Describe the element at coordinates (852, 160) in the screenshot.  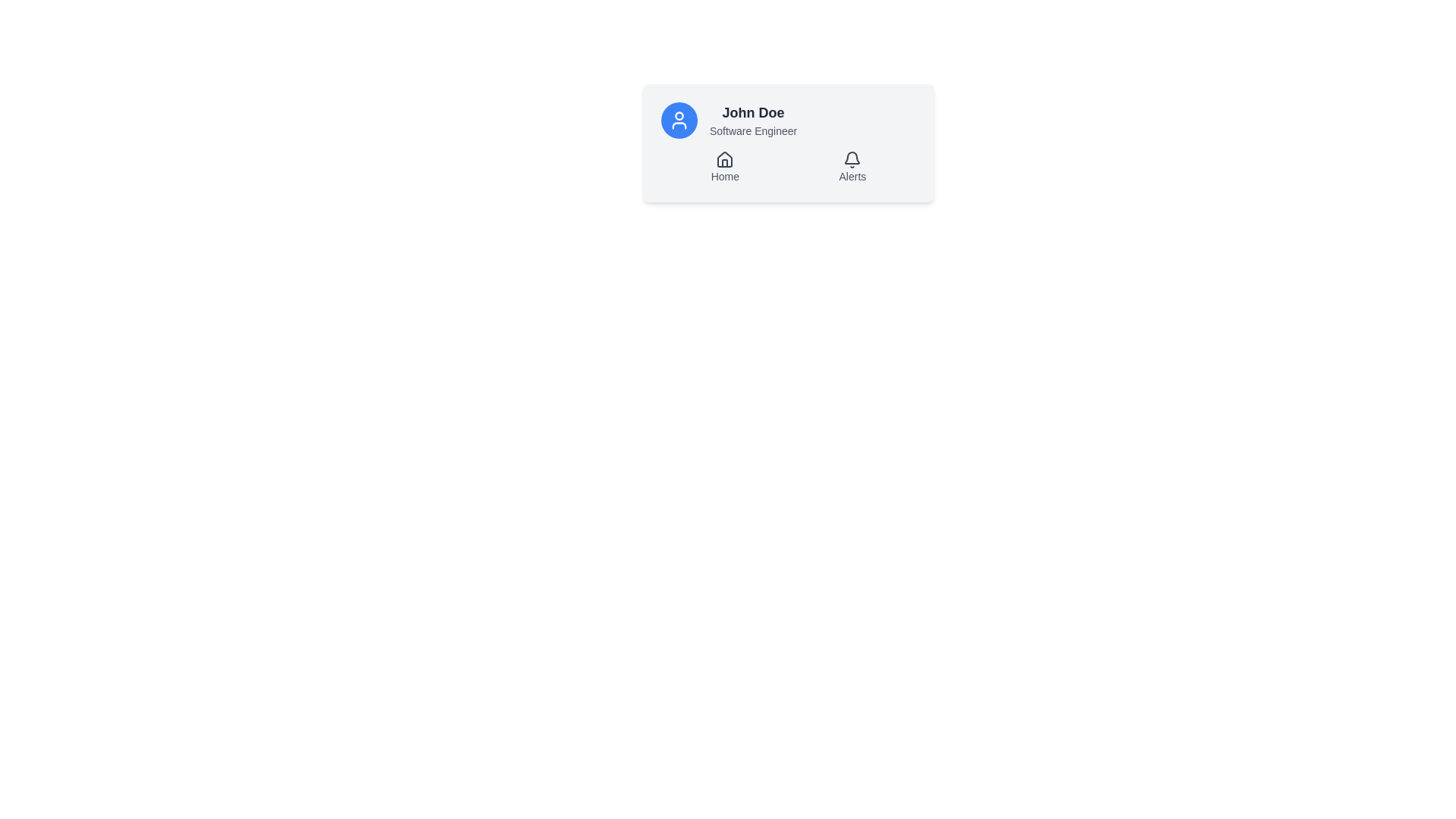
I see `the notifications icon located at the upper-right corner inside the user card` at that location.